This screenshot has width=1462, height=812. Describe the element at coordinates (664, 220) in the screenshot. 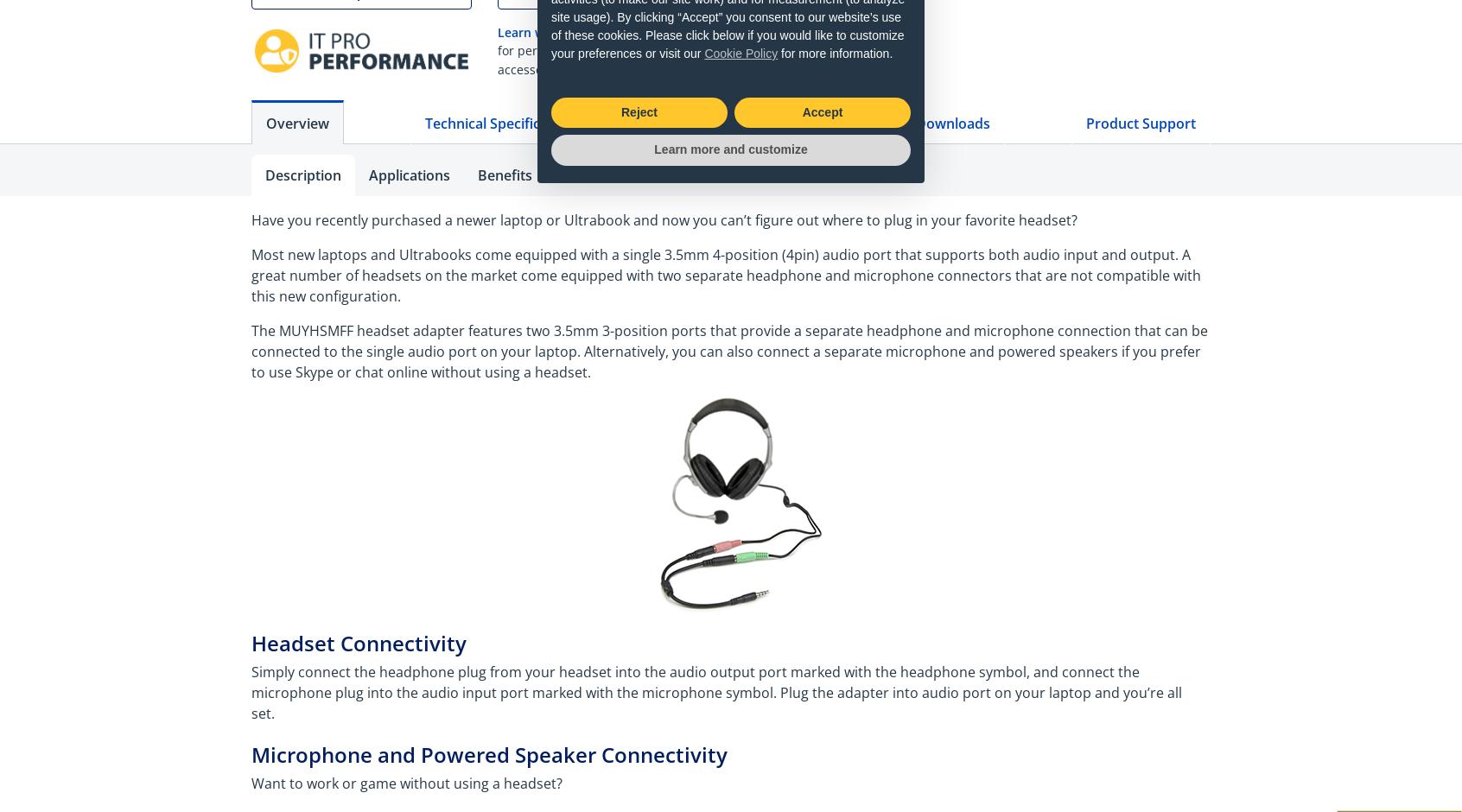

I see `'Have you recently purchased a newer laptop or Ultrabook and now you can’t figure out where to plug in your favorite headset?'` at that location.